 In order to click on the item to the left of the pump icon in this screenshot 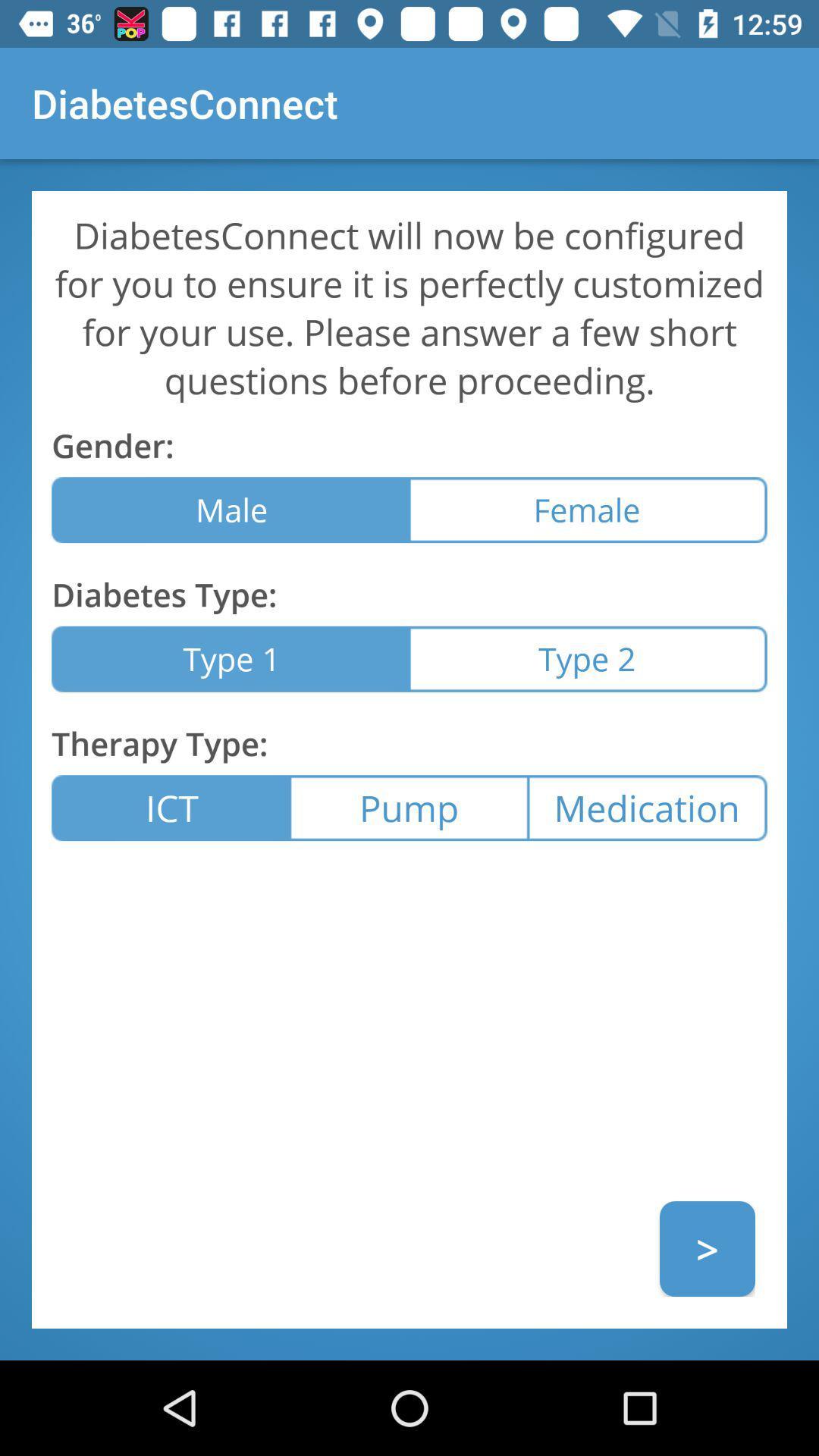, I will do `click(171, 807)`.